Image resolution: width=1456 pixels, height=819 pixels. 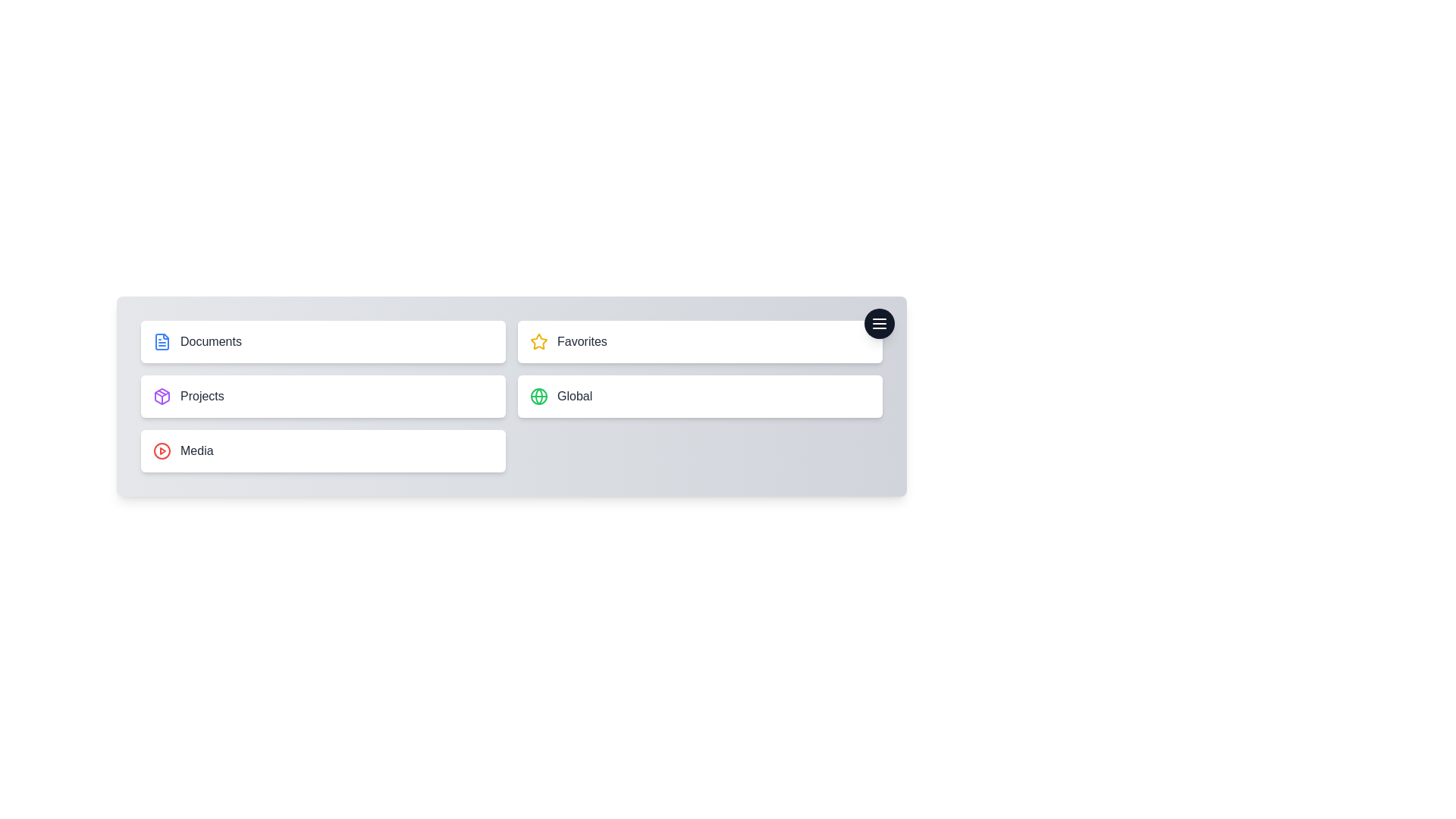 I want to click on the menu item labeled Projects to preview its effects, so click(x=322, y=396).